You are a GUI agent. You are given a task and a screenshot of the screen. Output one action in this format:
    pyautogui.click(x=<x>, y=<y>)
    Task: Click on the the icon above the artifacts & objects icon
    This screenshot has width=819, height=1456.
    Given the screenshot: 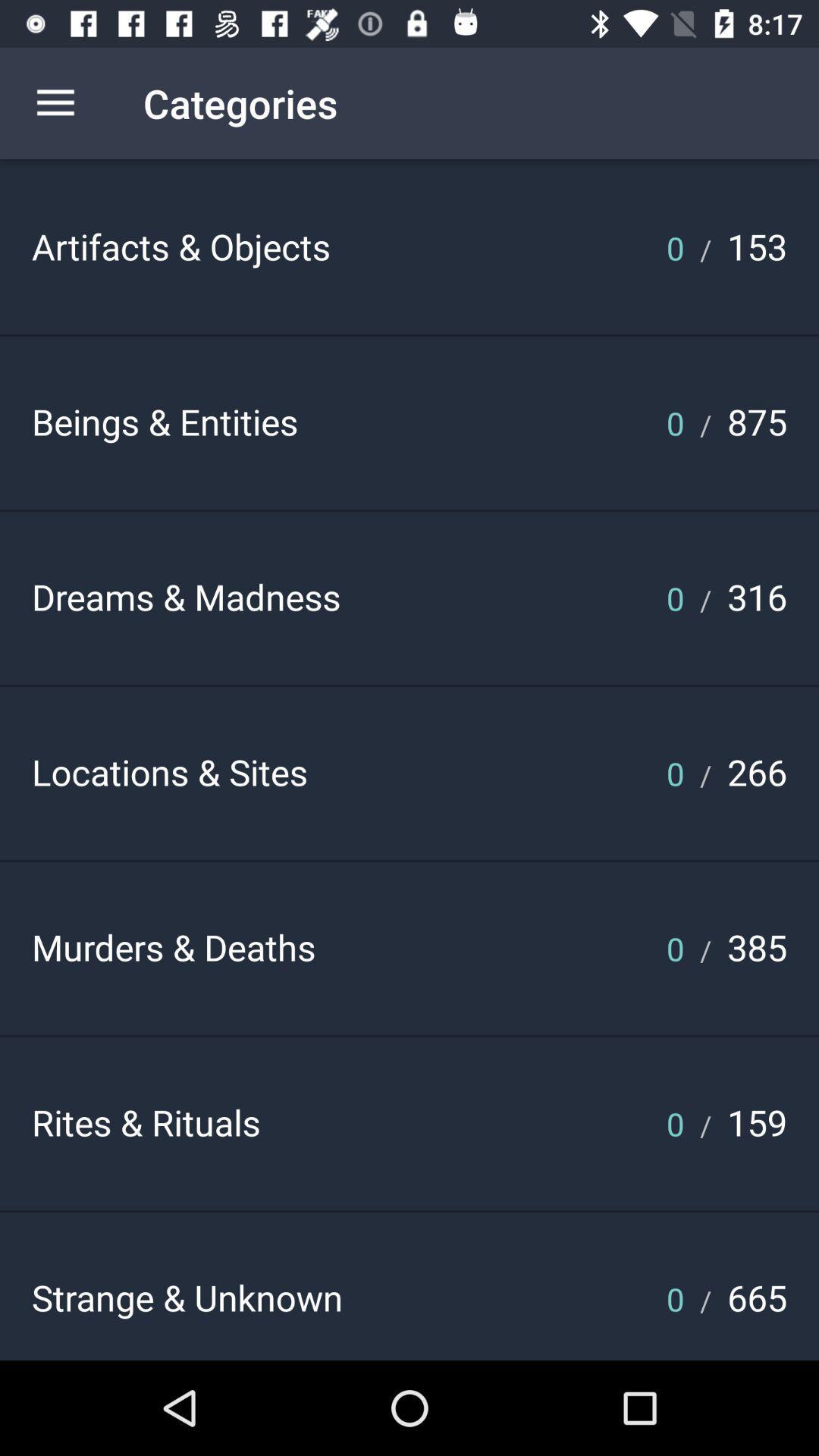 What is the action you would take?
    pyautogui.click(x=55, y=102)
    